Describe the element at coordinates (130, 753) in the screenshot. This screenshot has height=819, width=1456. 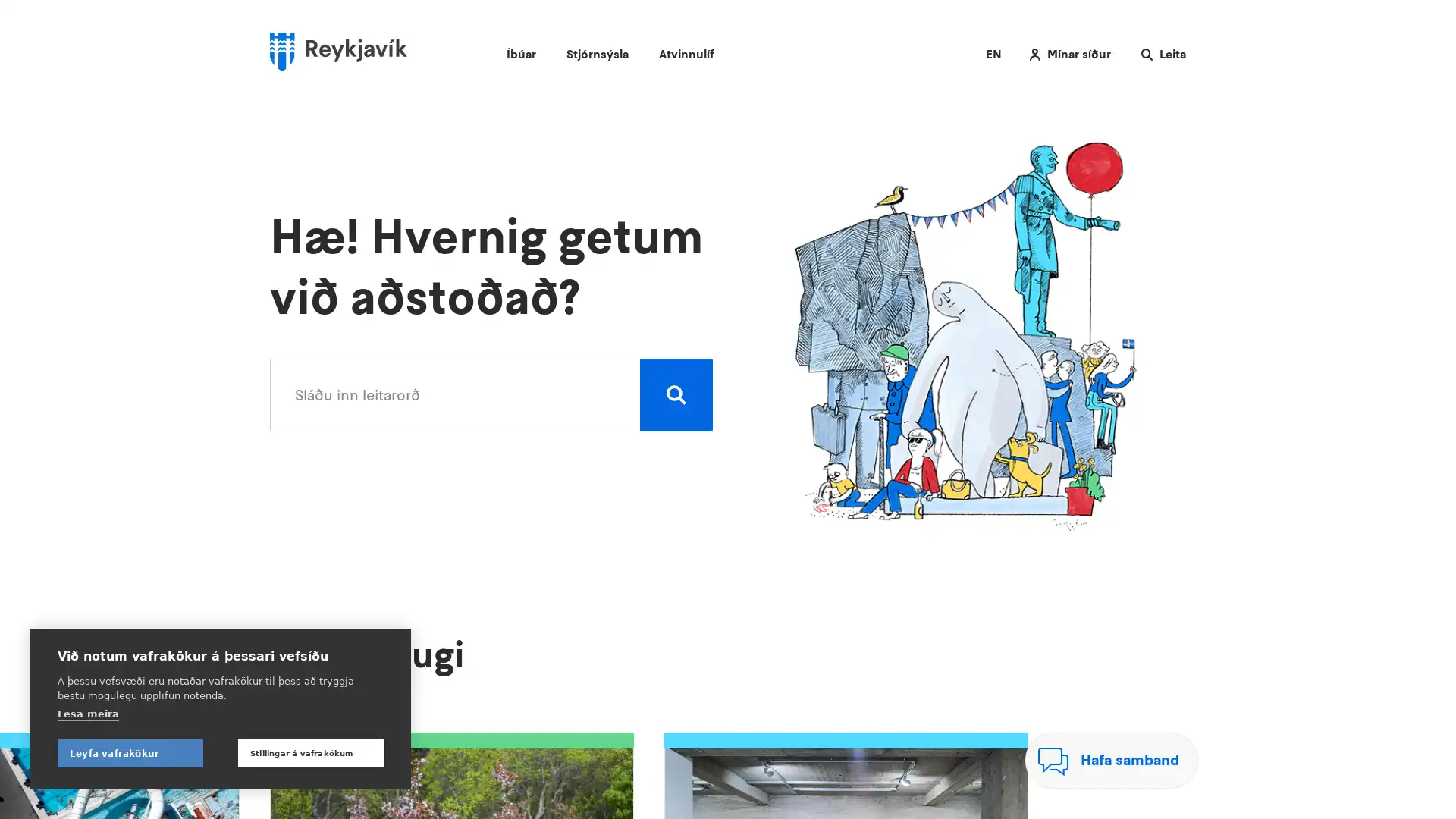
I see `Leyfa vafrakokur` at that location.